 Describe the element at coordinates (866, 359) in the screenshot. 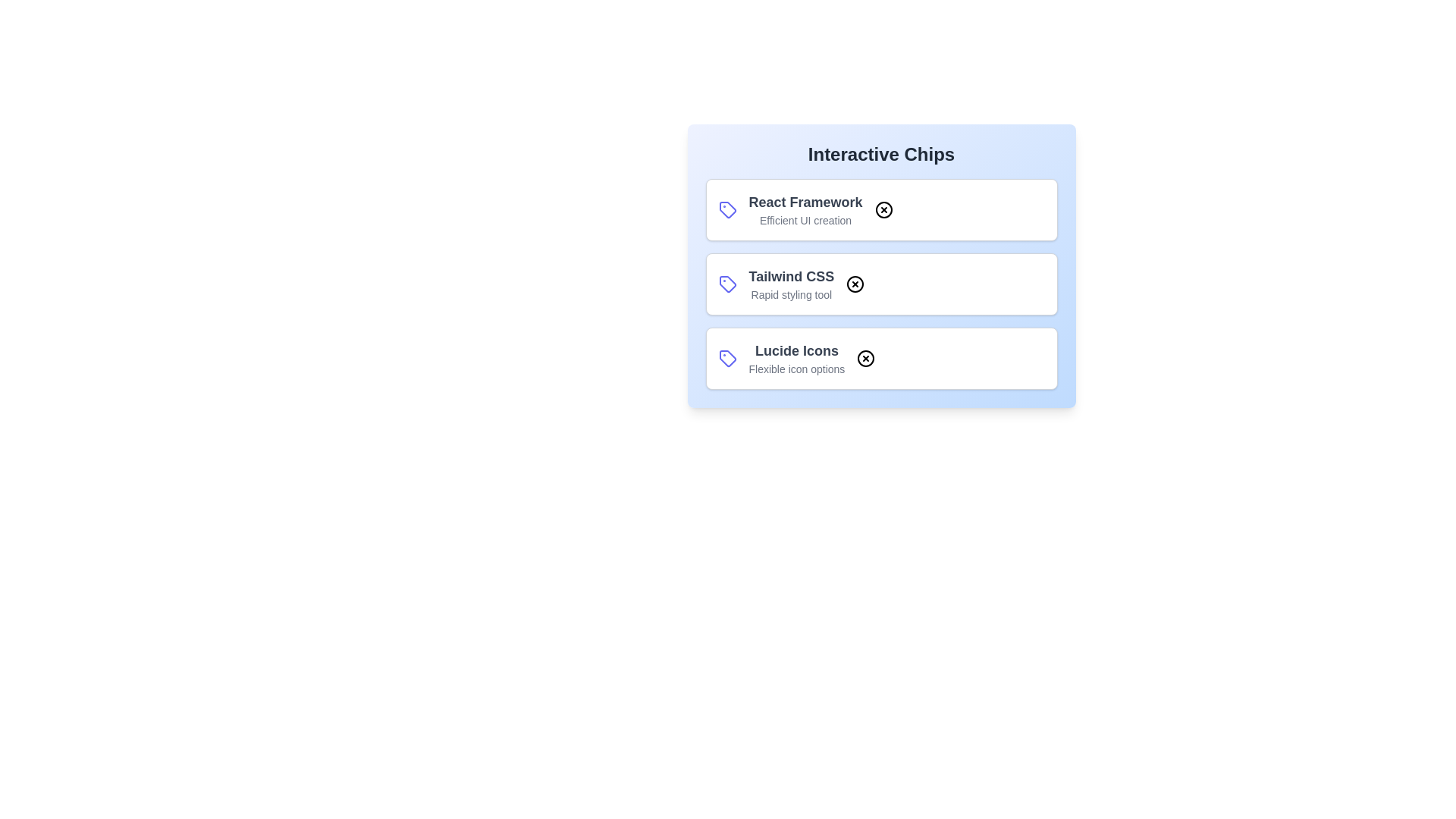

I see `close button on the chip labeled Lucide Icons` at that location.